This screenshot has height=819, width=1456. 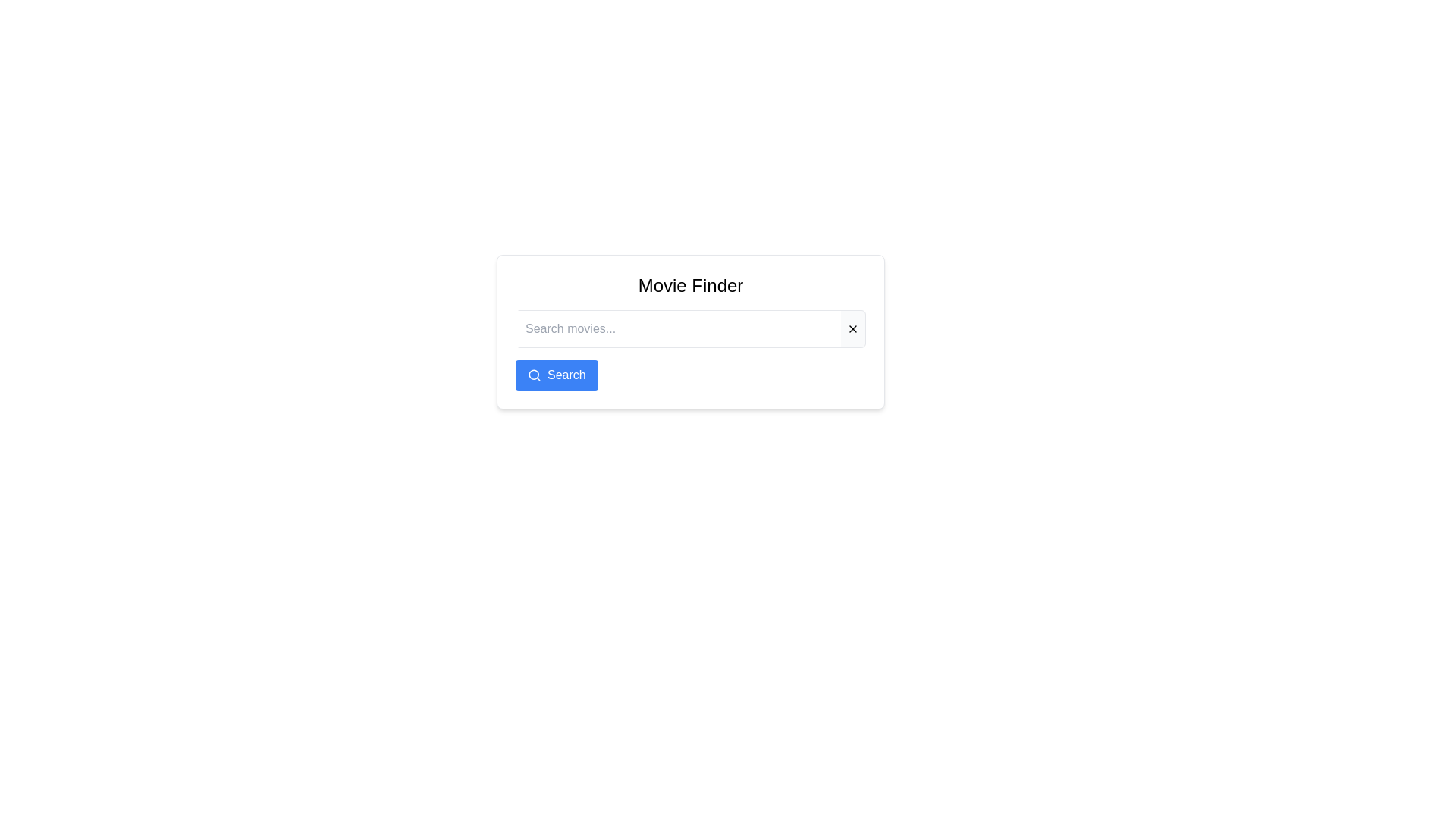 I want to click on the SVG Circle that represents the head of the search icon within the 'Movie Finder' button, located at the bottom-left of the main interface card, so click(x=534, y=375).